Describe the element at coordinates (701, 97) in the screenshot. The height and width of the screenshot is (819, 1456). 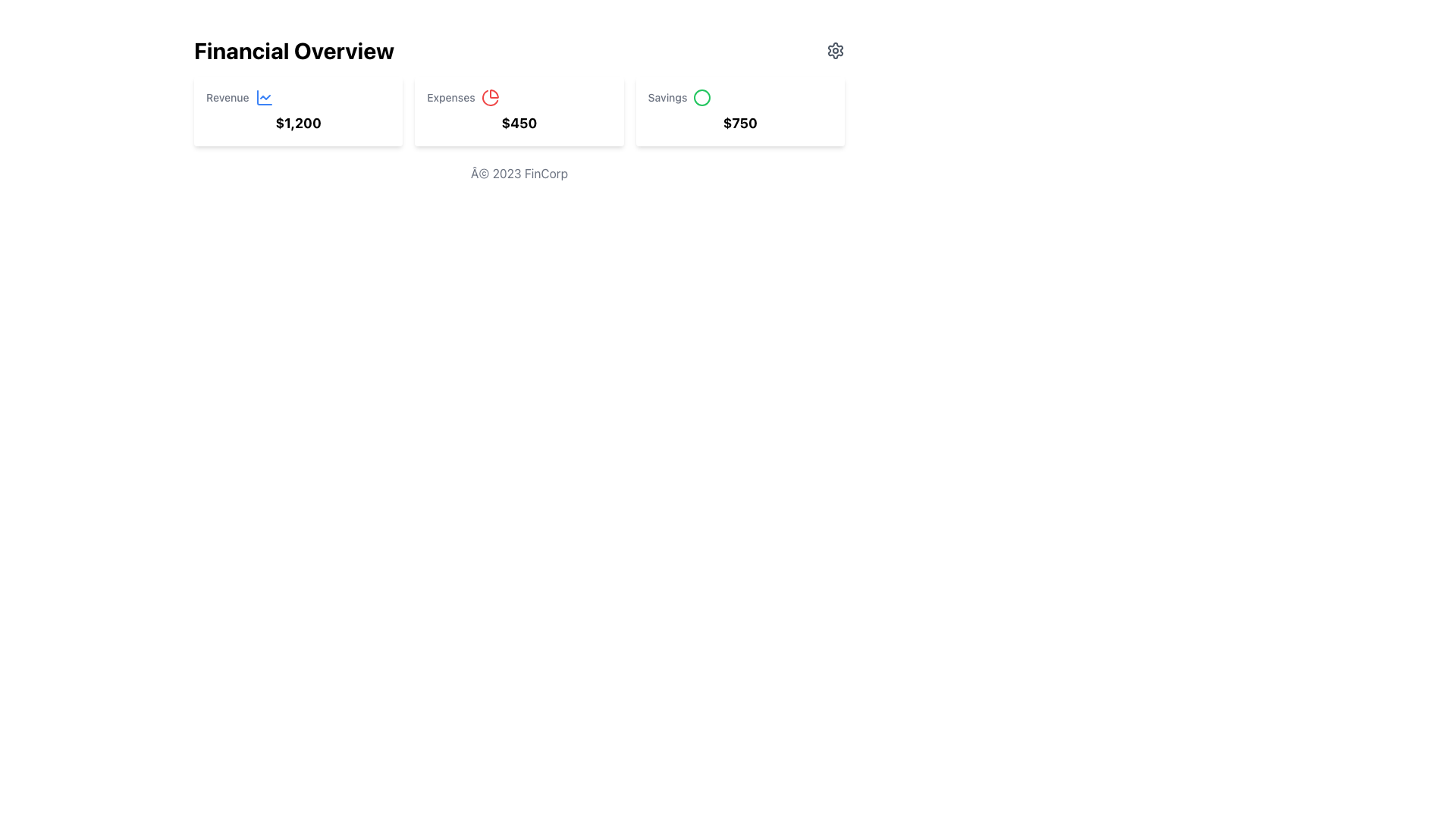
I see `the green circular icon located to the right of the 'Savings' label in the top-right section of the interface` at that location.